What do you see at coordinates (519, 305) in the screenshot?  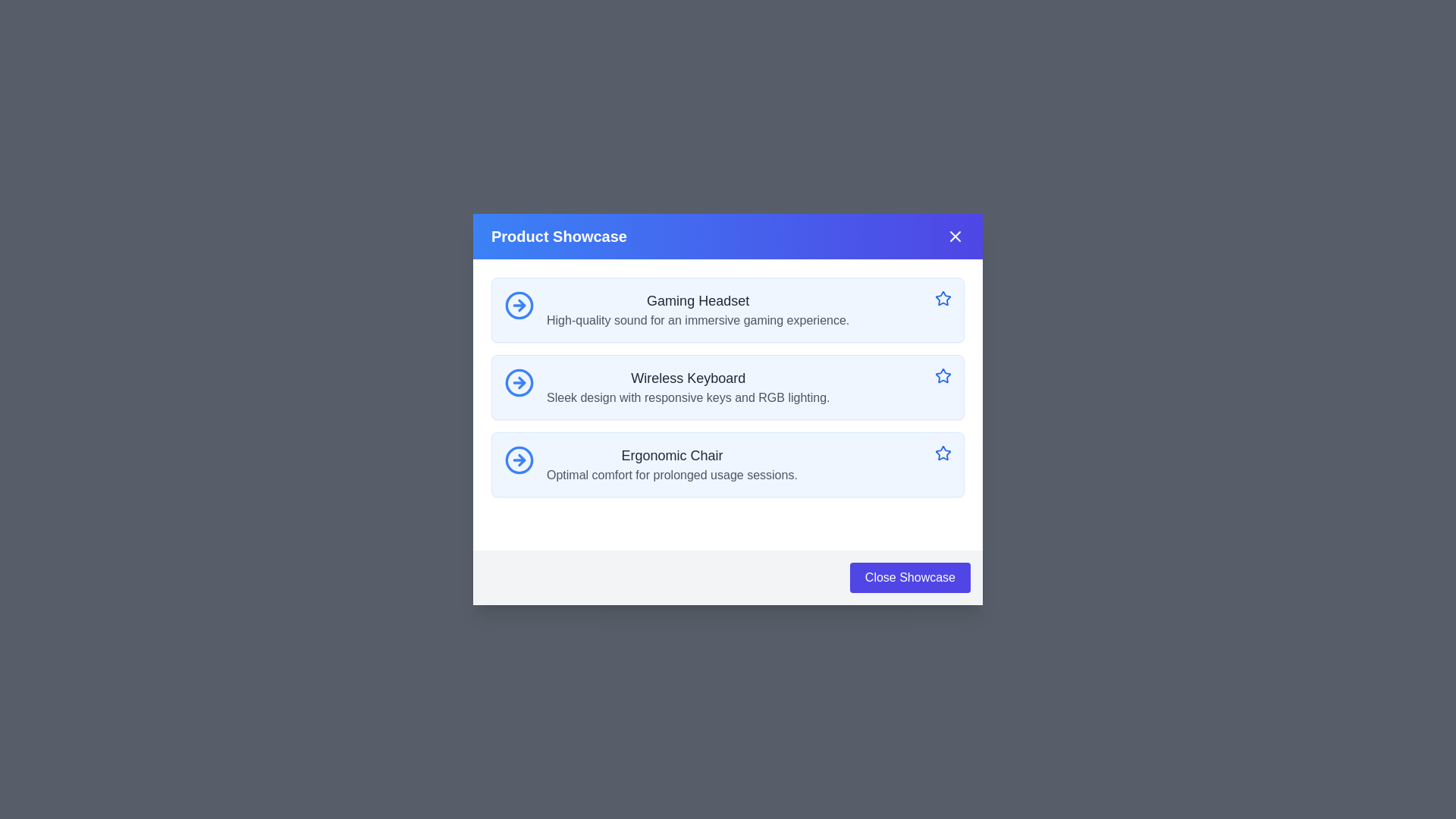 I see `keyboard navigation` at bounding box center [519, 305].